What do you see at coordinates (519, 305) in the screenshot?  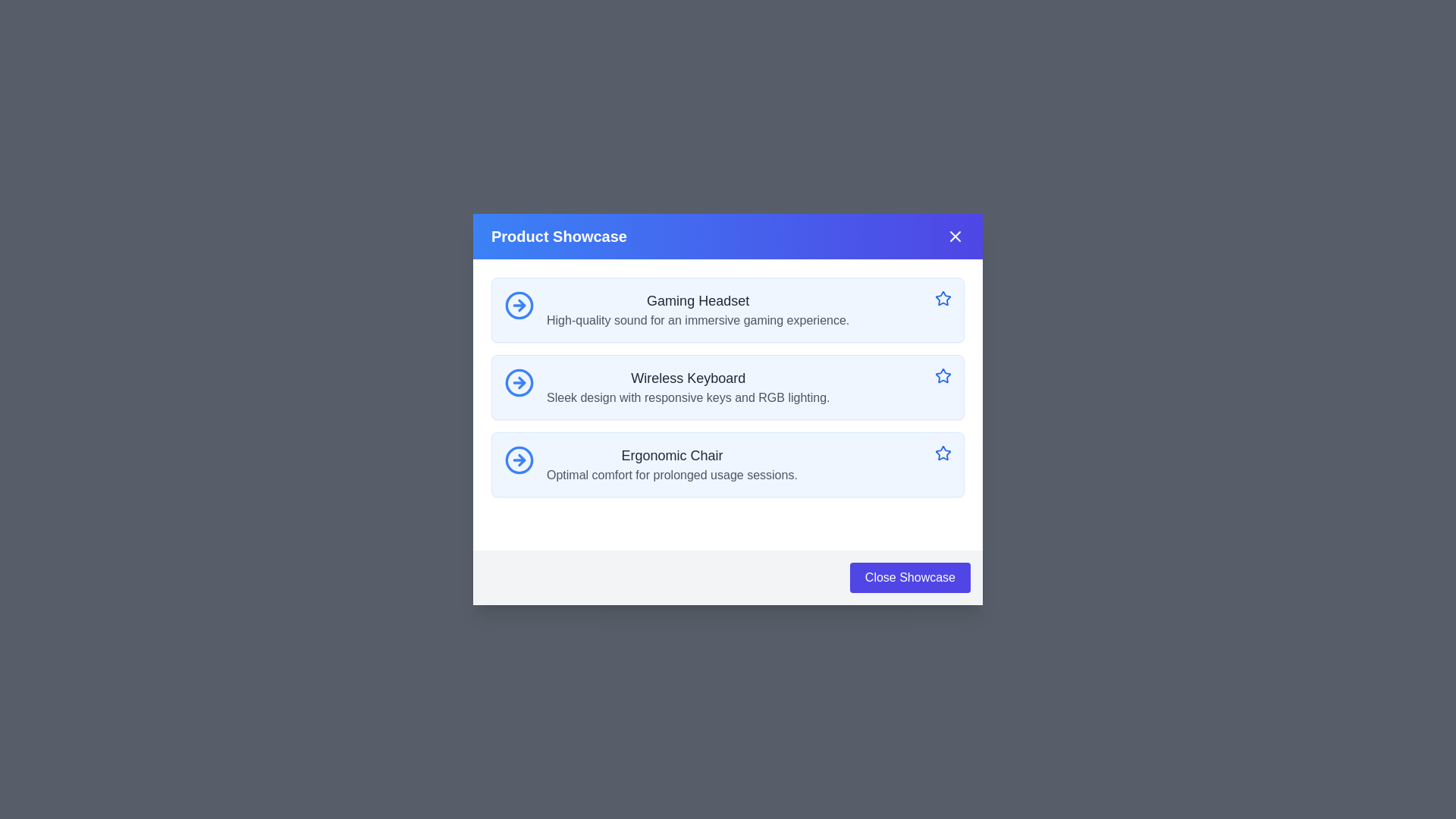 I see `keyboard navigation` at bounding box center [519, 305].